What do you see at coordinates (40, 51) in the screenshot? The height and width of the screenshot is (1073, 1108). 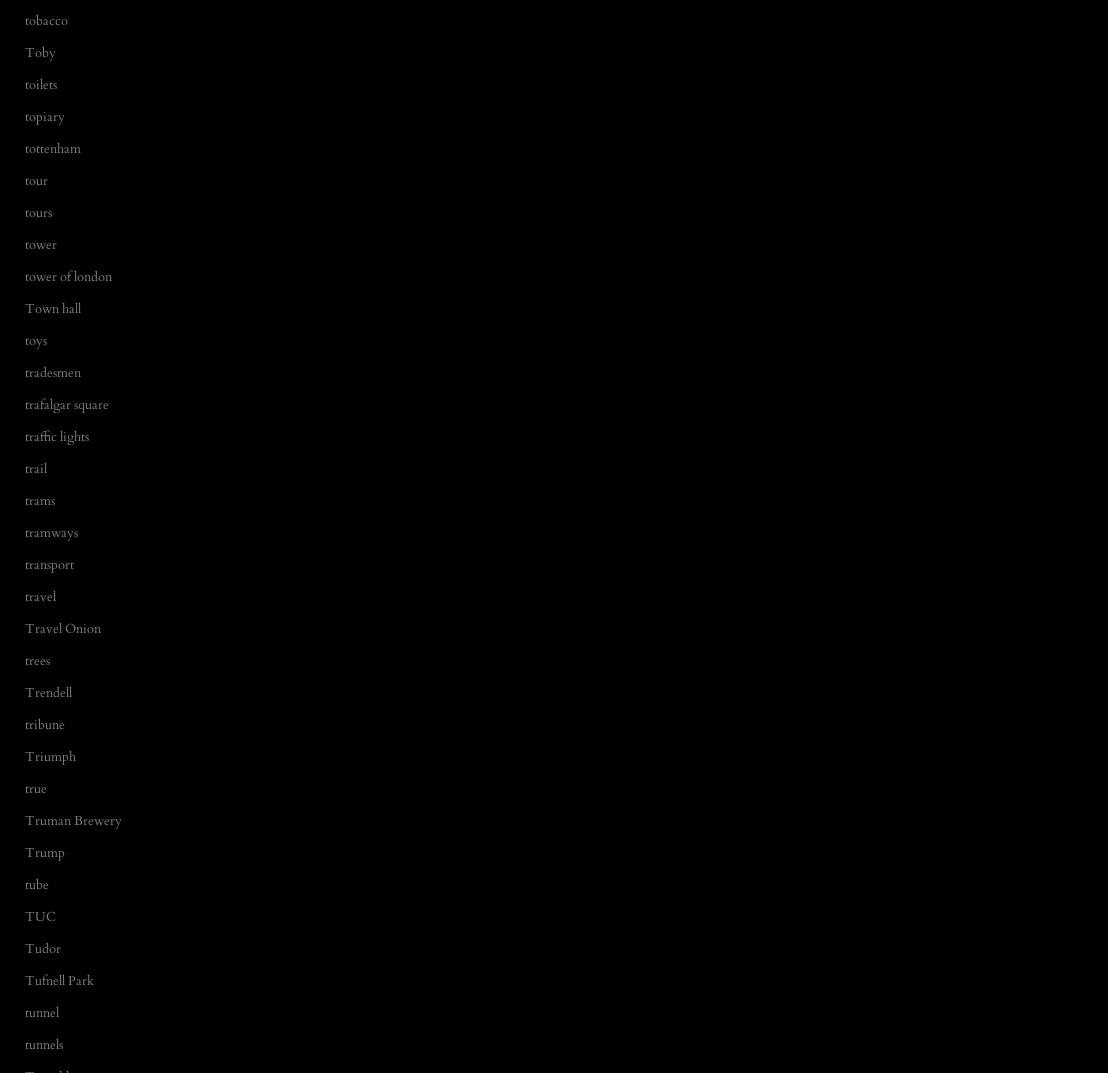 I see `'Toby'` at bounding box center [40, 51].